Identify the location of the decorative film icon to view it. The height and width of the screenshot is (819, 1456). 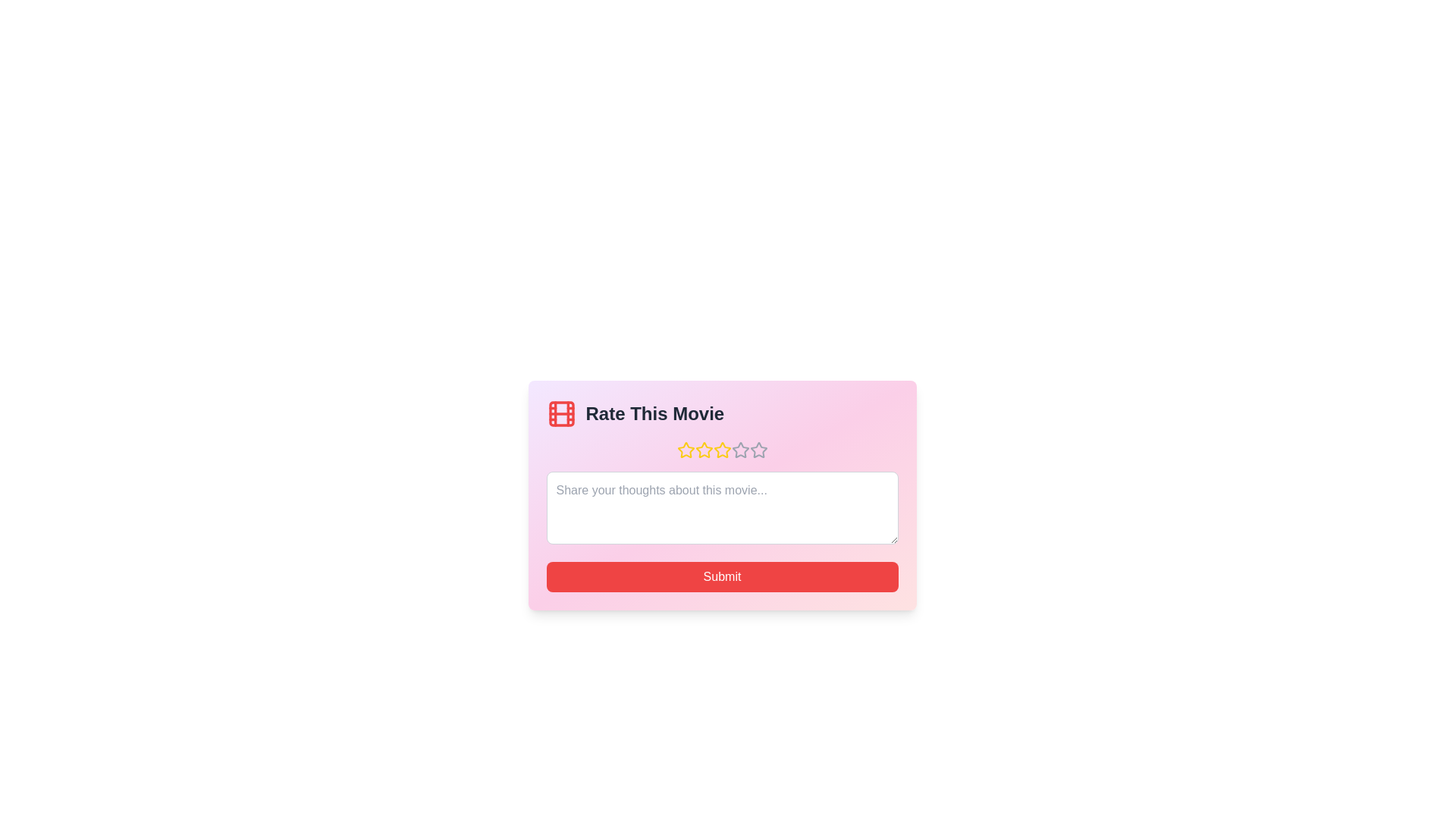
(560, 414).